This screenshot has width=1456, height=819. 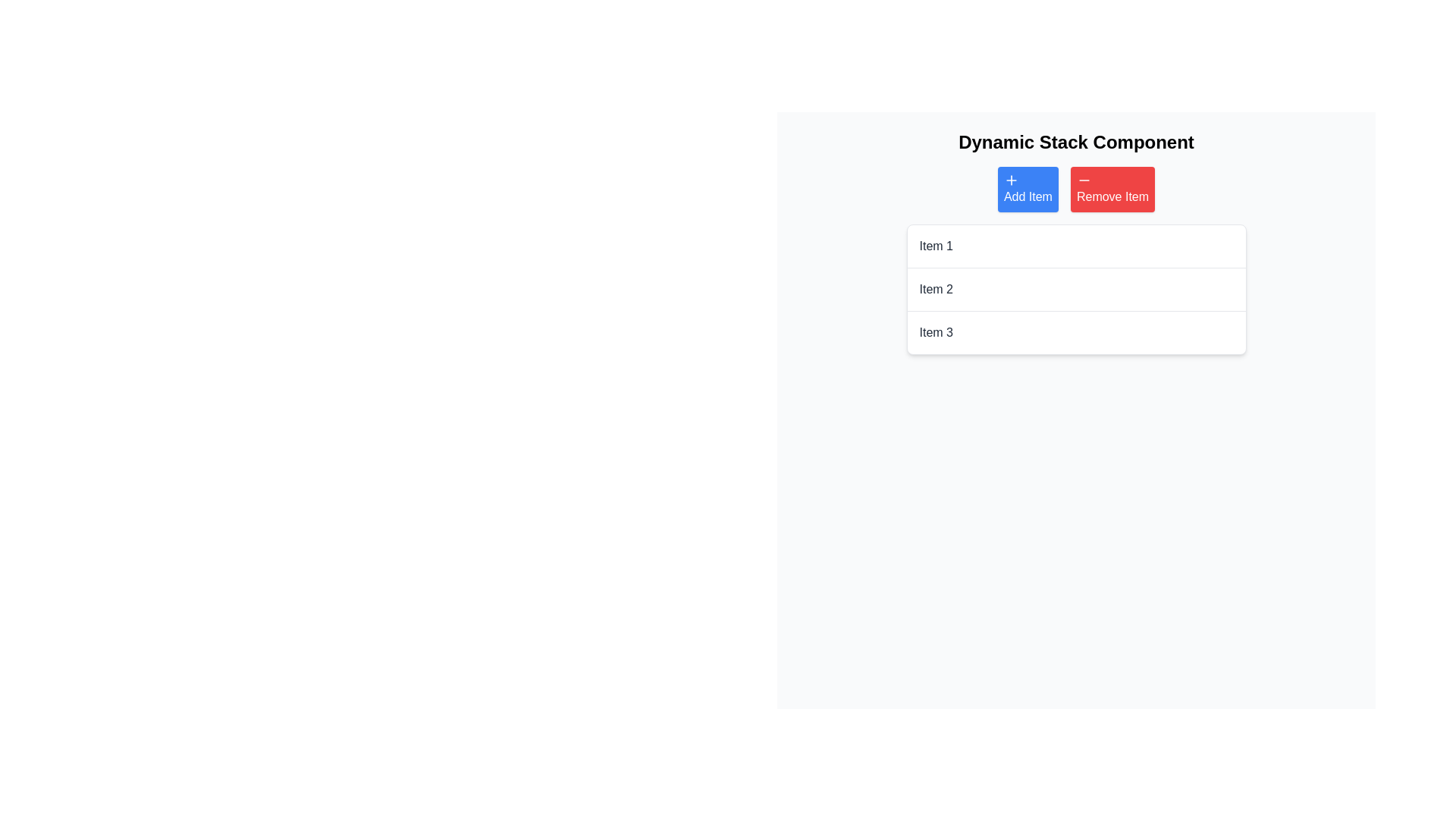 I want to click on the blue rectangular button labeled 'Add Item', so click(x=1028, y=189).